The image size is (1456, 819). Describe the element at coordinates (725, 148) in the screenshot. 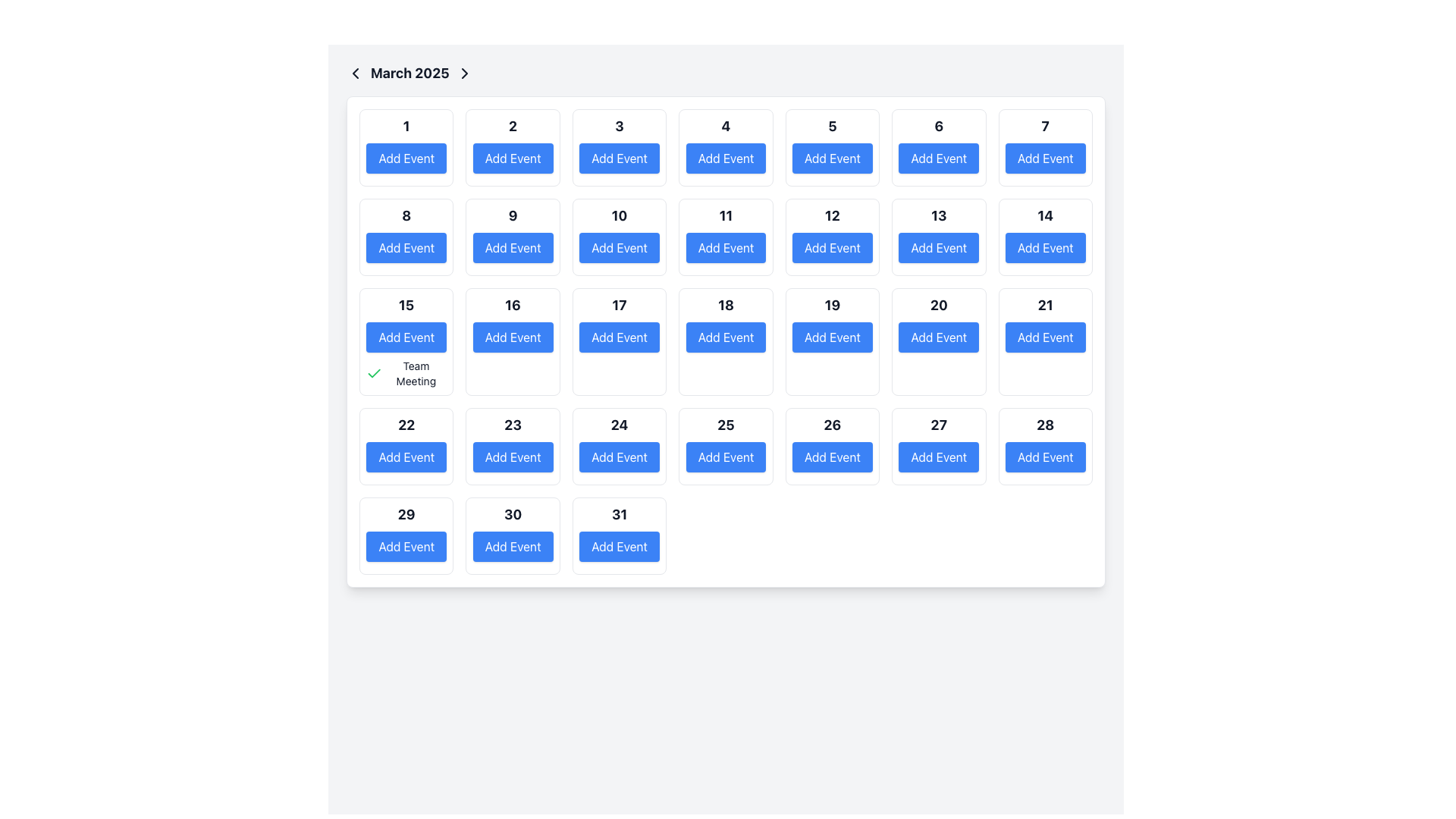

I see `the 'Add Event' button for the calendar day labeled '4' in the March 2025 calendar, located in the first row, fourth column of the grid` at that location.